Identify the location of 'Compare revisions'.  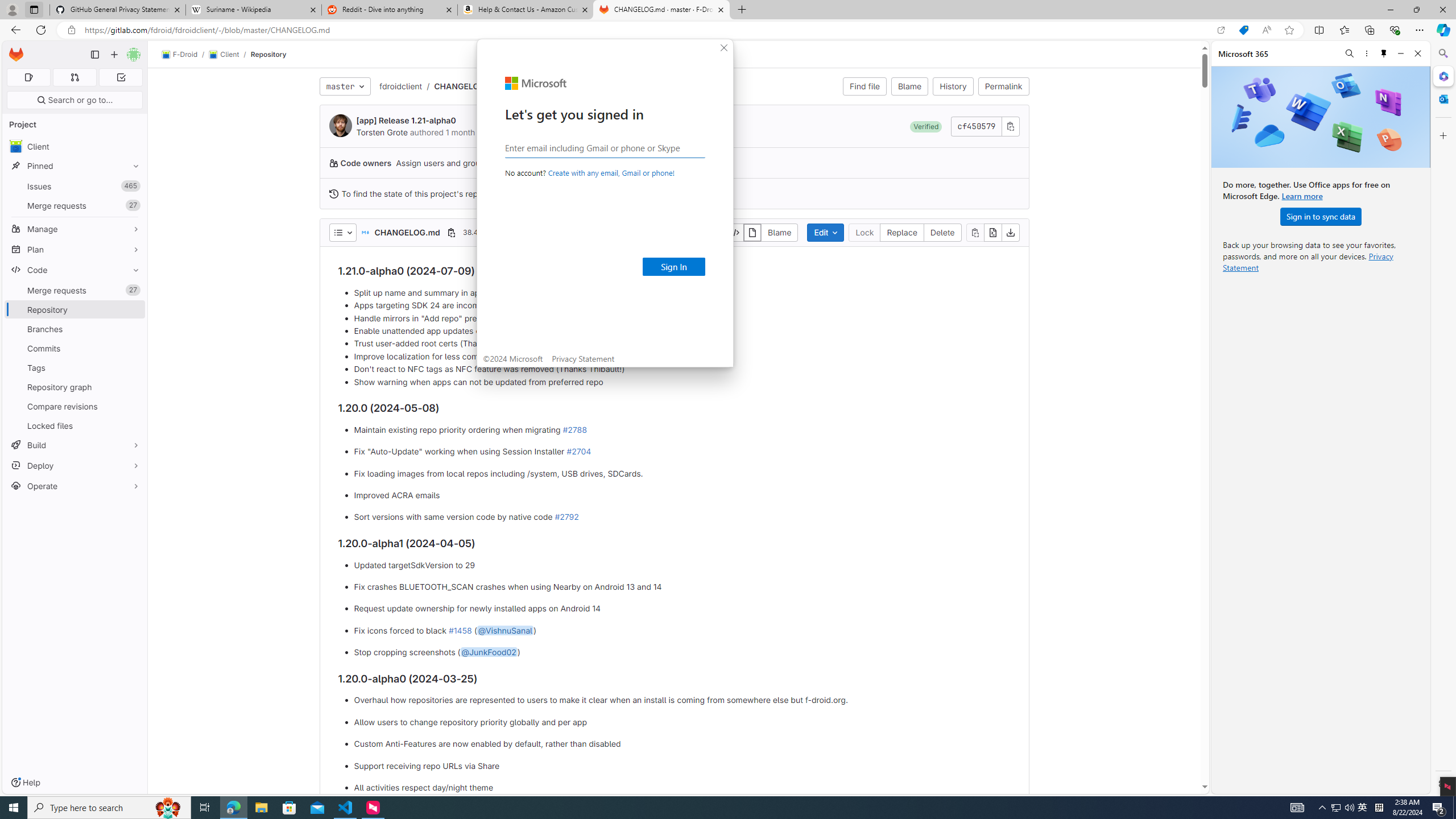
(74, 406).